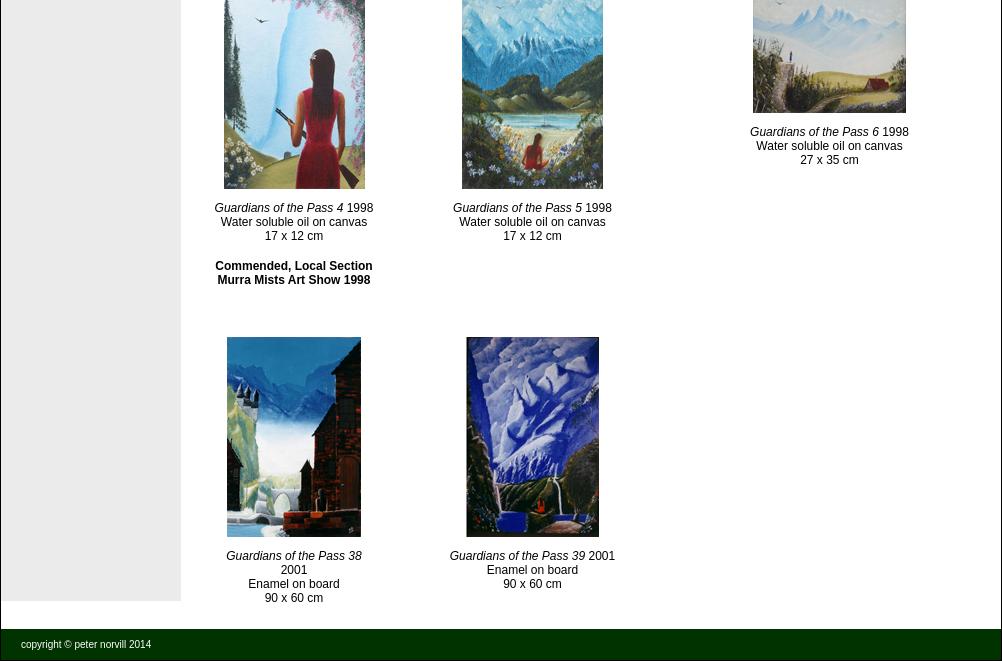 Image resolution: width=1002 pixels, height=661 pixels. I want to click on '27 x 35 cm', so click(827, 157).